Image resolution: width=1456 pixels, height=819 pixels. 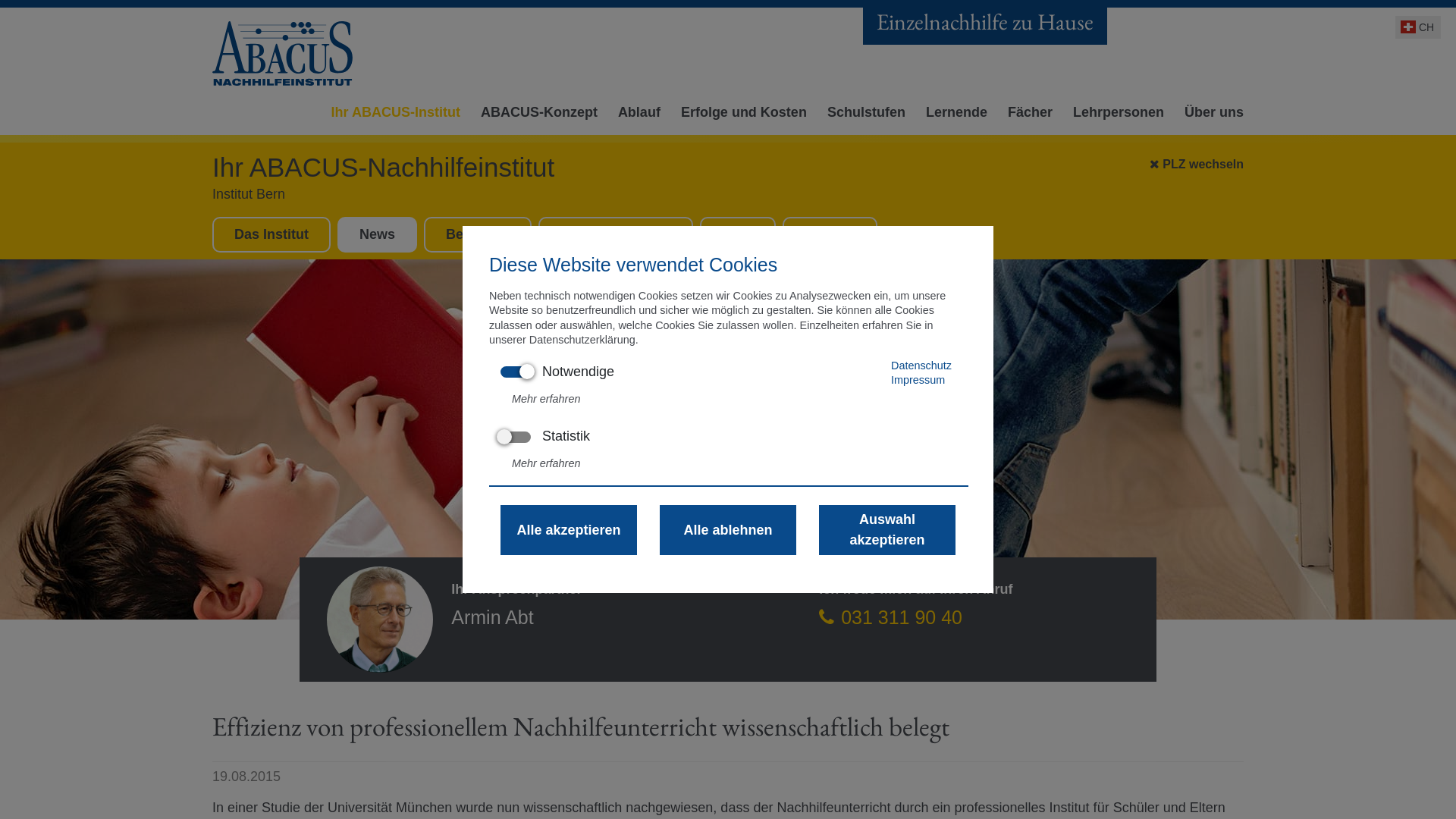 What do you see at coordinates (635, 116) in the screenshot?
I see `'Ablauf'` at bounding box center [635, 116].